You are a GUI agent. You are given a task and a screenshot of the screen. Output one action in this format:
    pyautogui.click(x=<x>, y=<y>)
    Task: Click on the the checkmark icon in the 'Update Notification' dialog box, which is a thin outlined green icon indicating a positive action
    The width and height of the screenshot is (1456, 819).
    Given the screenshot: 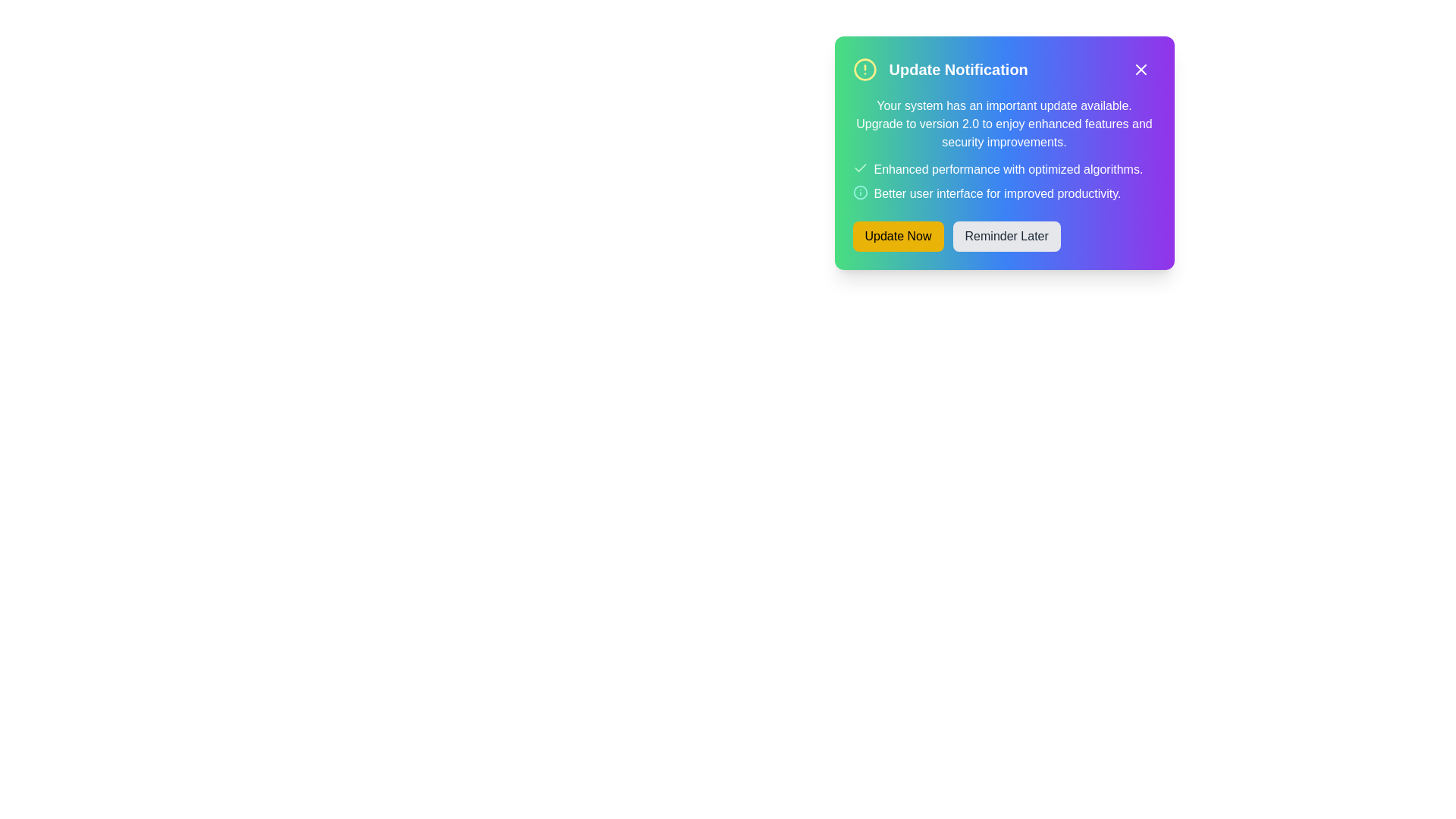 What is the action you would take?
    pyautogui.click(x=860, y=168)
    